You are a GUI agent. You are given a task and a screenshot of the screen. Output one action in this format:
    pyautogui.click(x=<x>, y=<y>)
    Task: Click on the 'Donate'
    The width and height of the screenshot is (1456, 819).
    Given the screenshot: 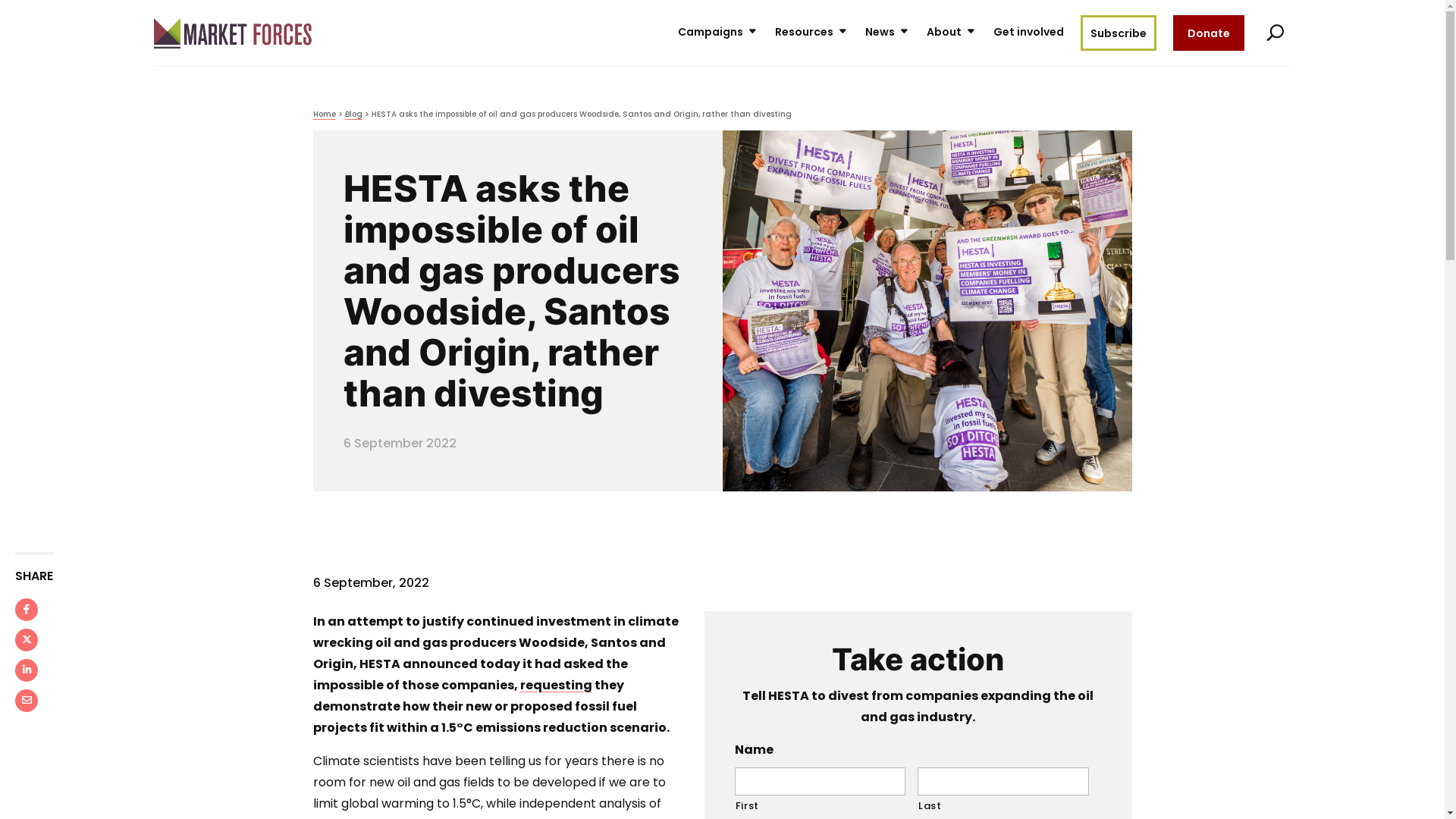 What is the action you would take?
    pyautogui.click(x=1207, y=33)
    